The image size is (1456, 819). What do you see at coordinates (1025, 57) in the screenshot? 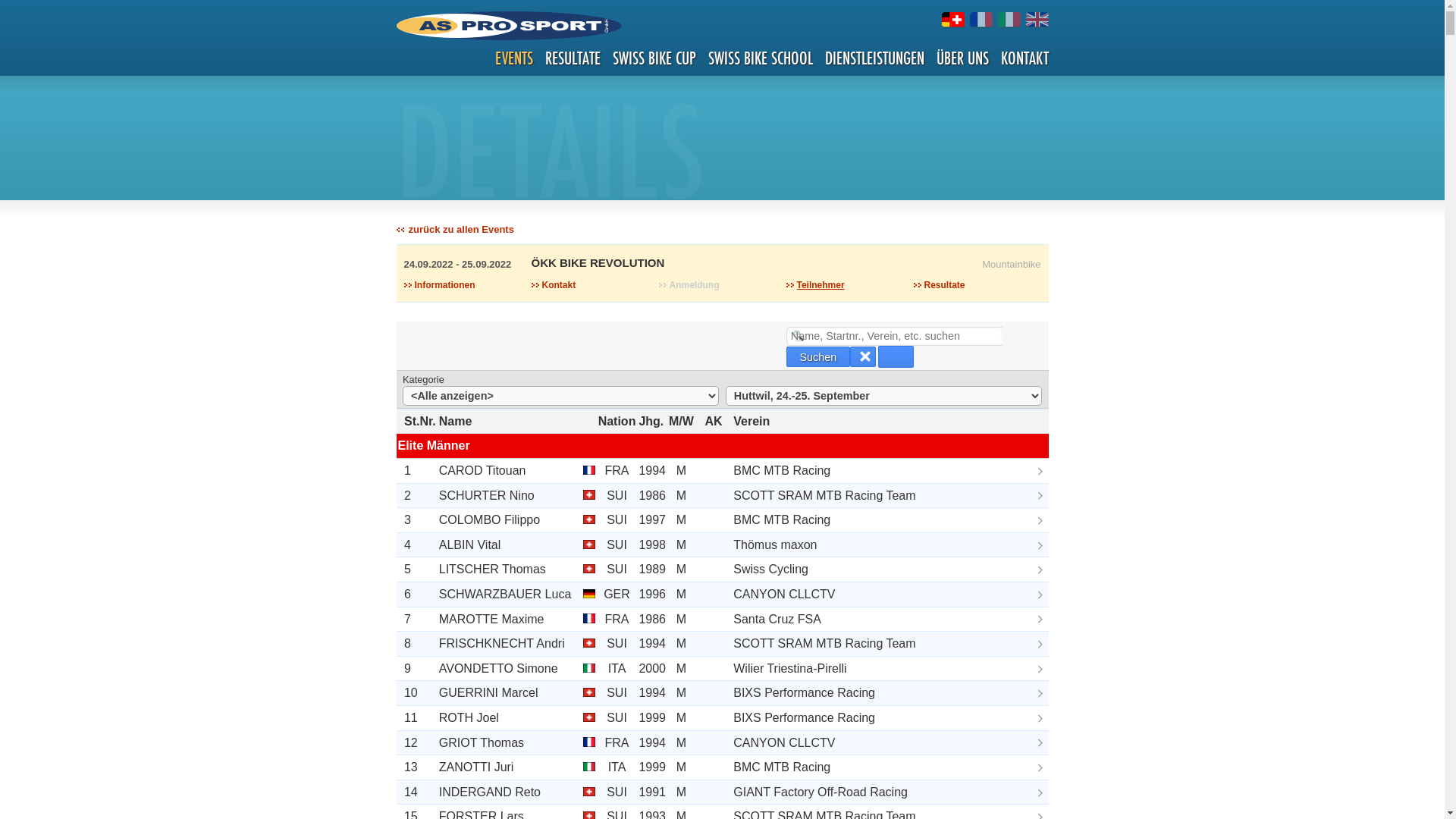
I see `'KONTAKT'` at bounding box center [1025, 57].